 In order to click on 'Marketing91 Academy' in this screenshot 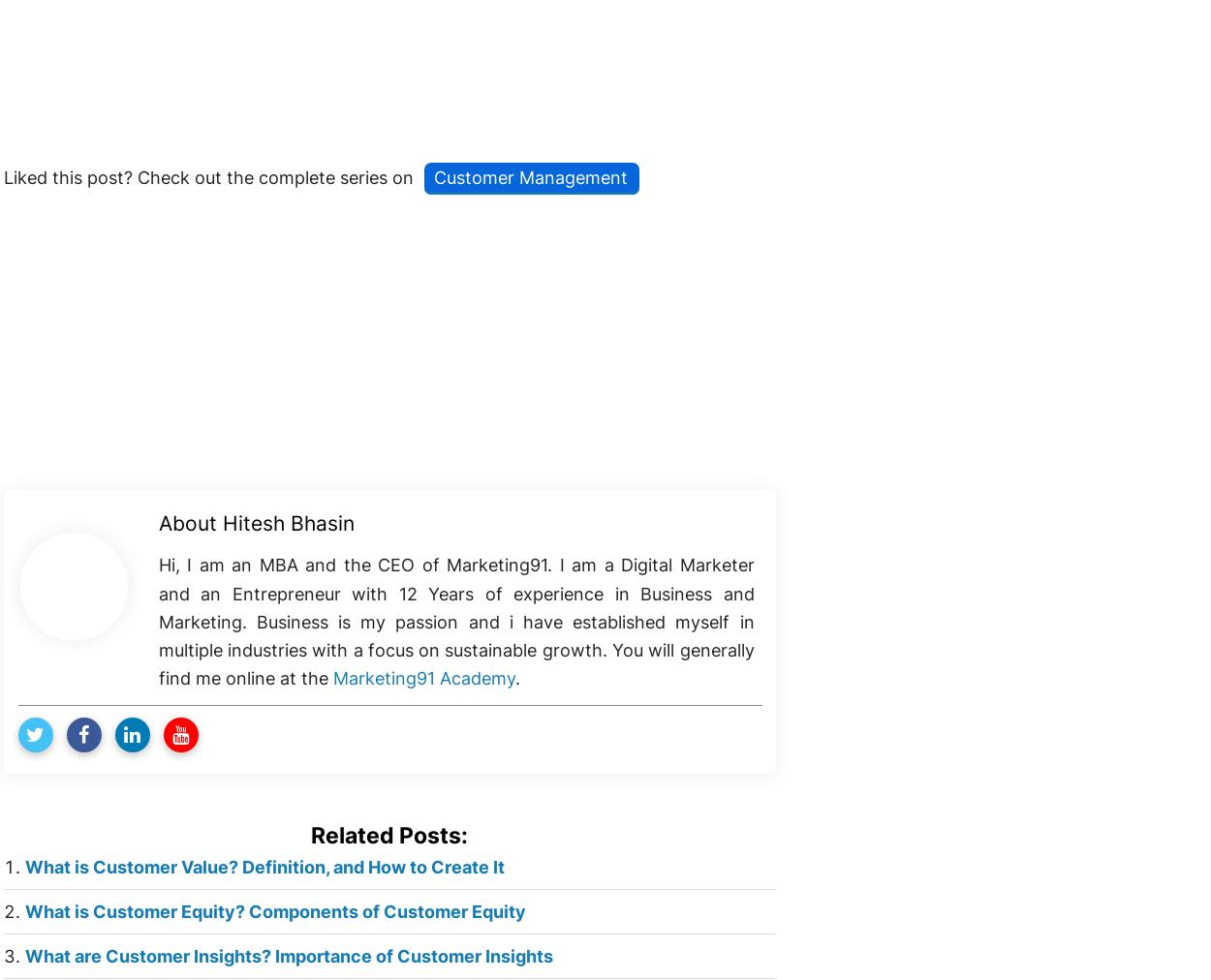, I will do `click(423, 678)`.